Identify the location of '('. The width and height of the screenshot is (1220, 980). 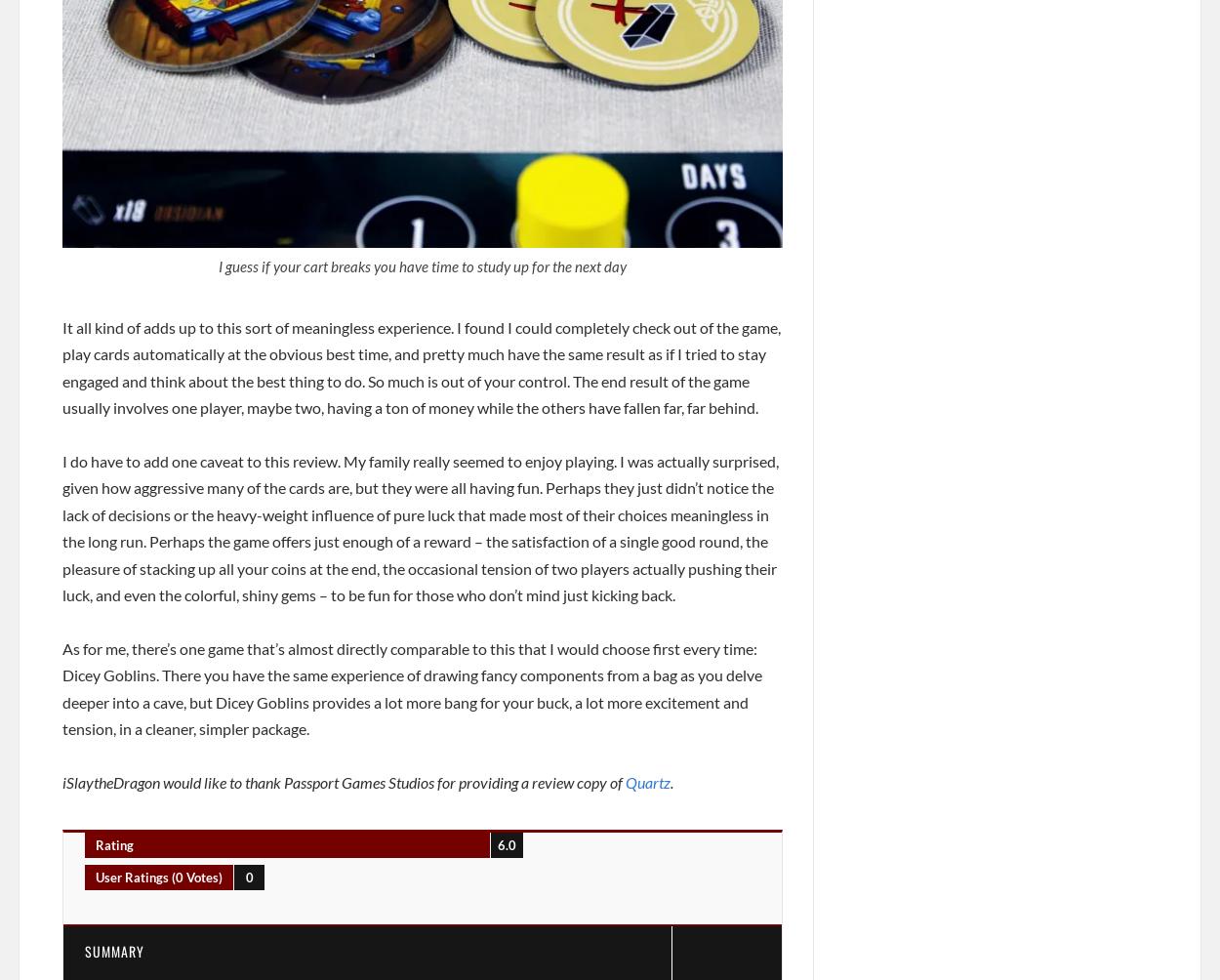
(174, 876).